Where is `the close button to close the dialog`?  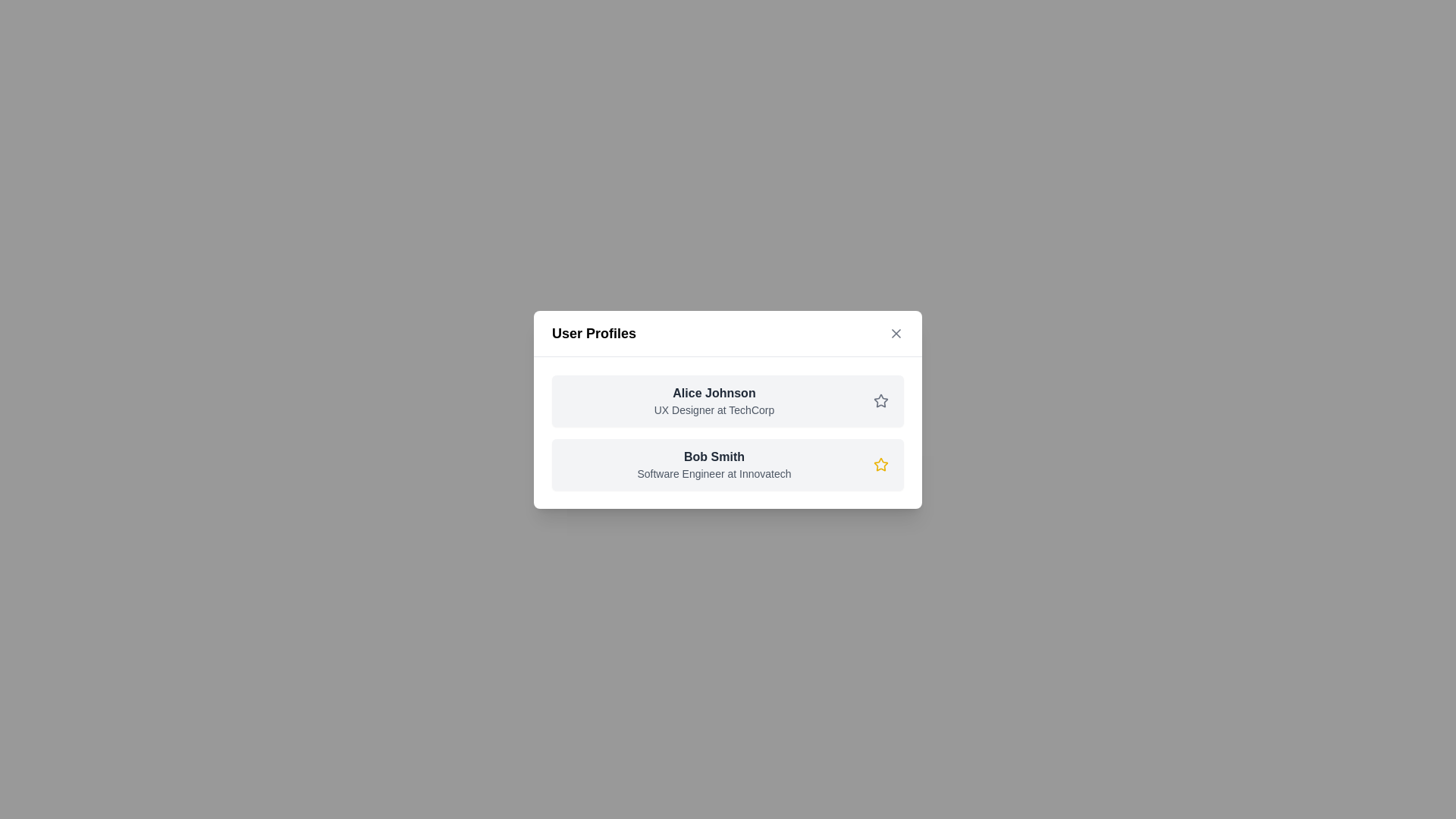 the close button to close the dialog is located at coordinates (896, 332).